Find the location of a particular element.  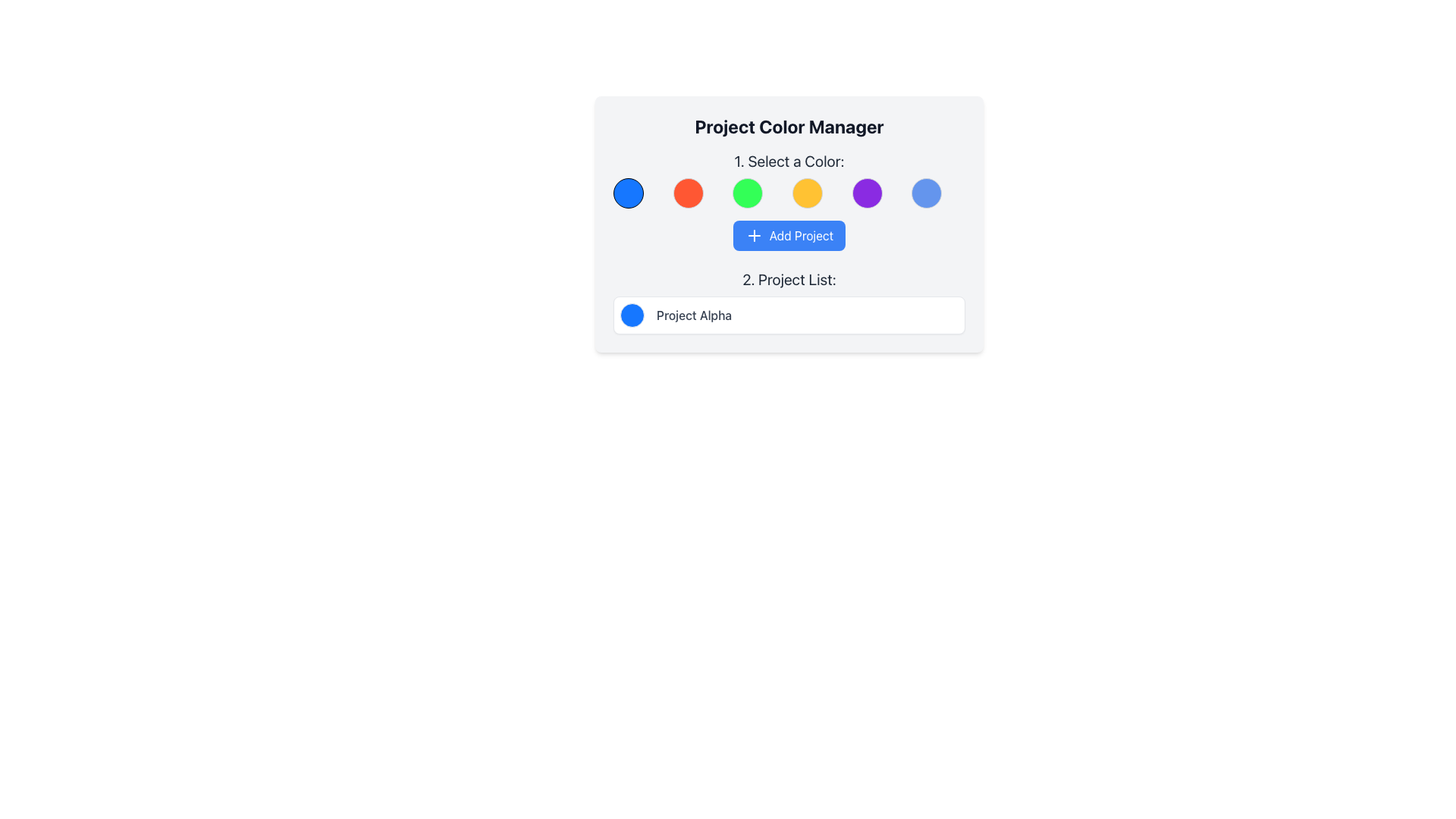

the third circular color option representing green is located at coordinates (748, 192).